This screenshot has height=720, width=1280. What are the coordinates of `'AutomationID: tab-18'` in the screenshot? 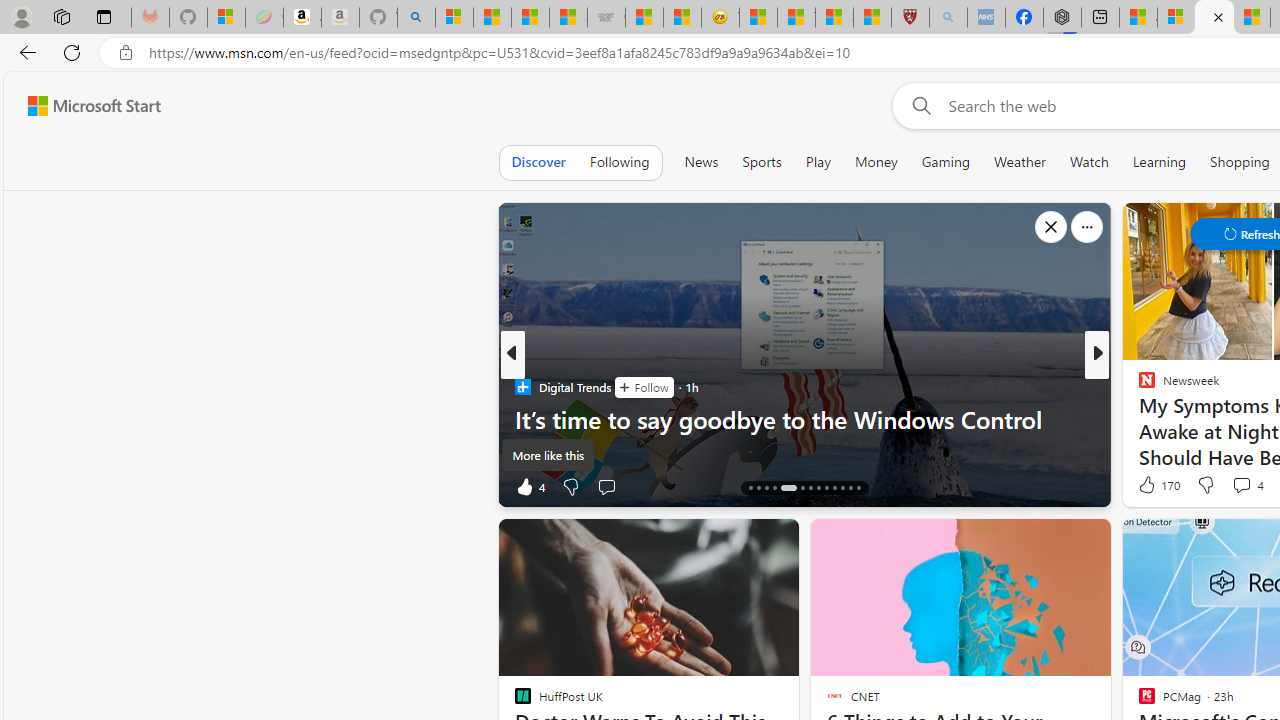 It's located at (787, 488).